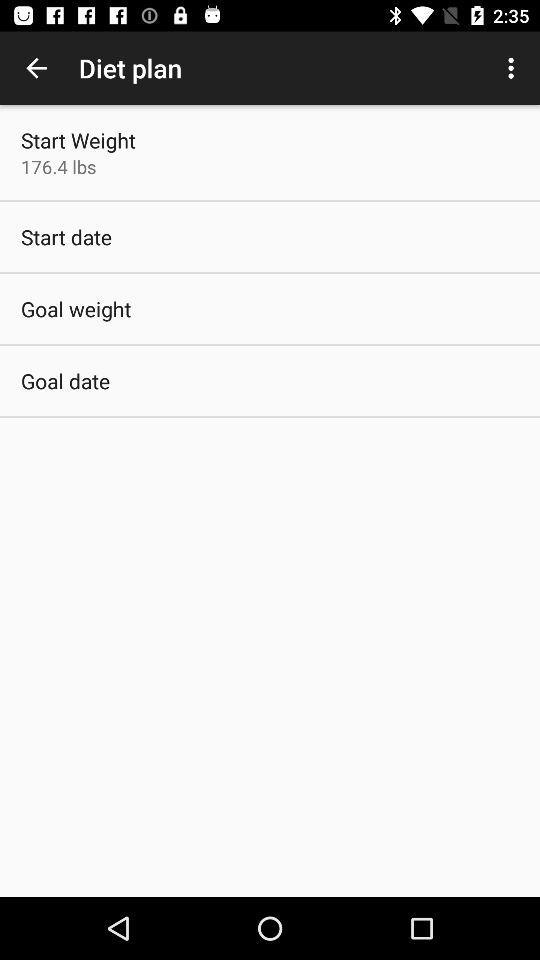 The height and width of the screenshot is (960, 540). I want to click on the start weight, so click(77, 139).